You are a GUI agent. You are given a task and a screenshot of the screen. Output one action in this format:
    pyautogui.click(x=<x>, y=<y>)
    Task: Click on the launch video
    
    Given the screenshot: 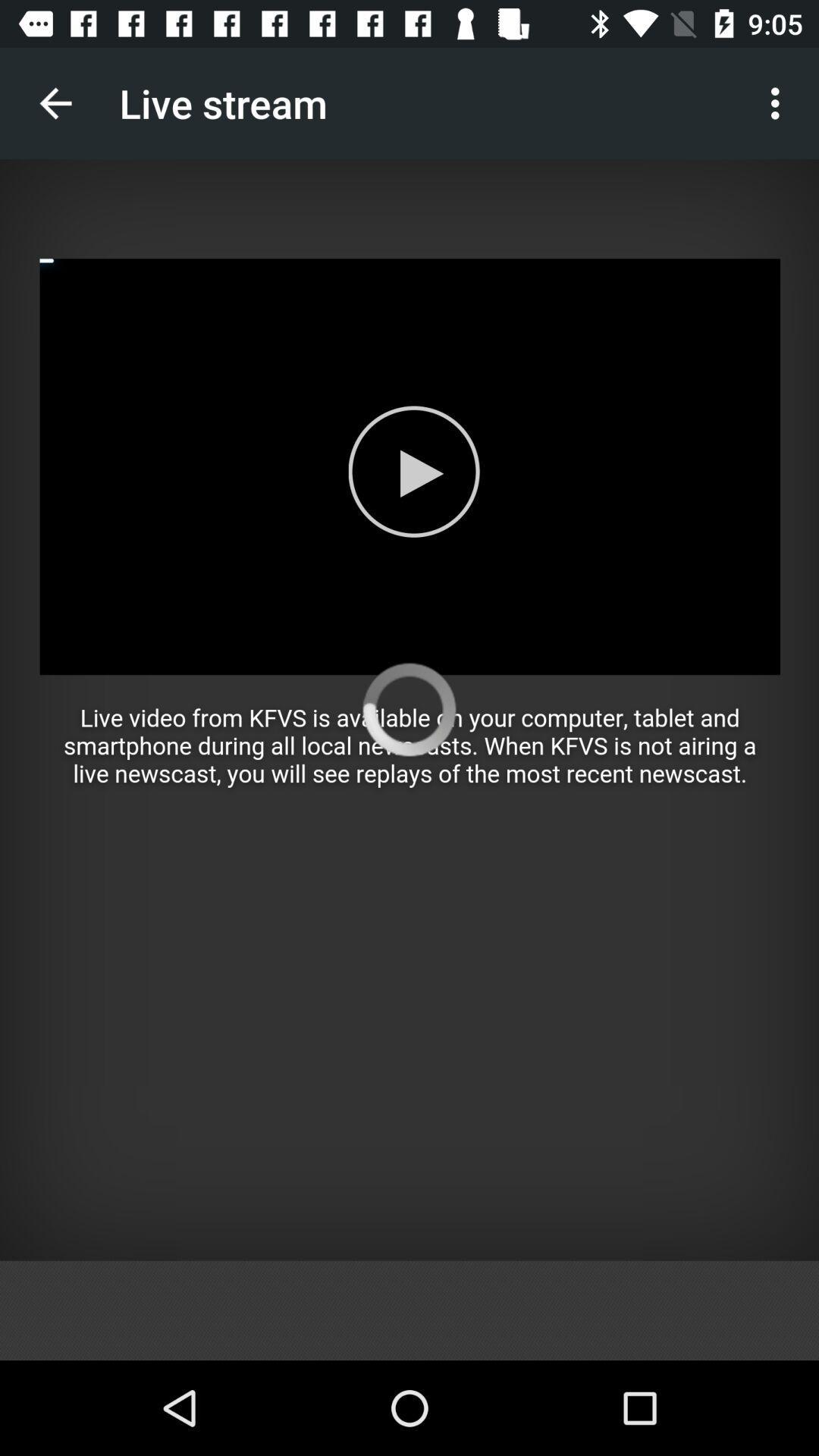 What is the action you would take?
    pyautogui.click(x=409, y=709)
    